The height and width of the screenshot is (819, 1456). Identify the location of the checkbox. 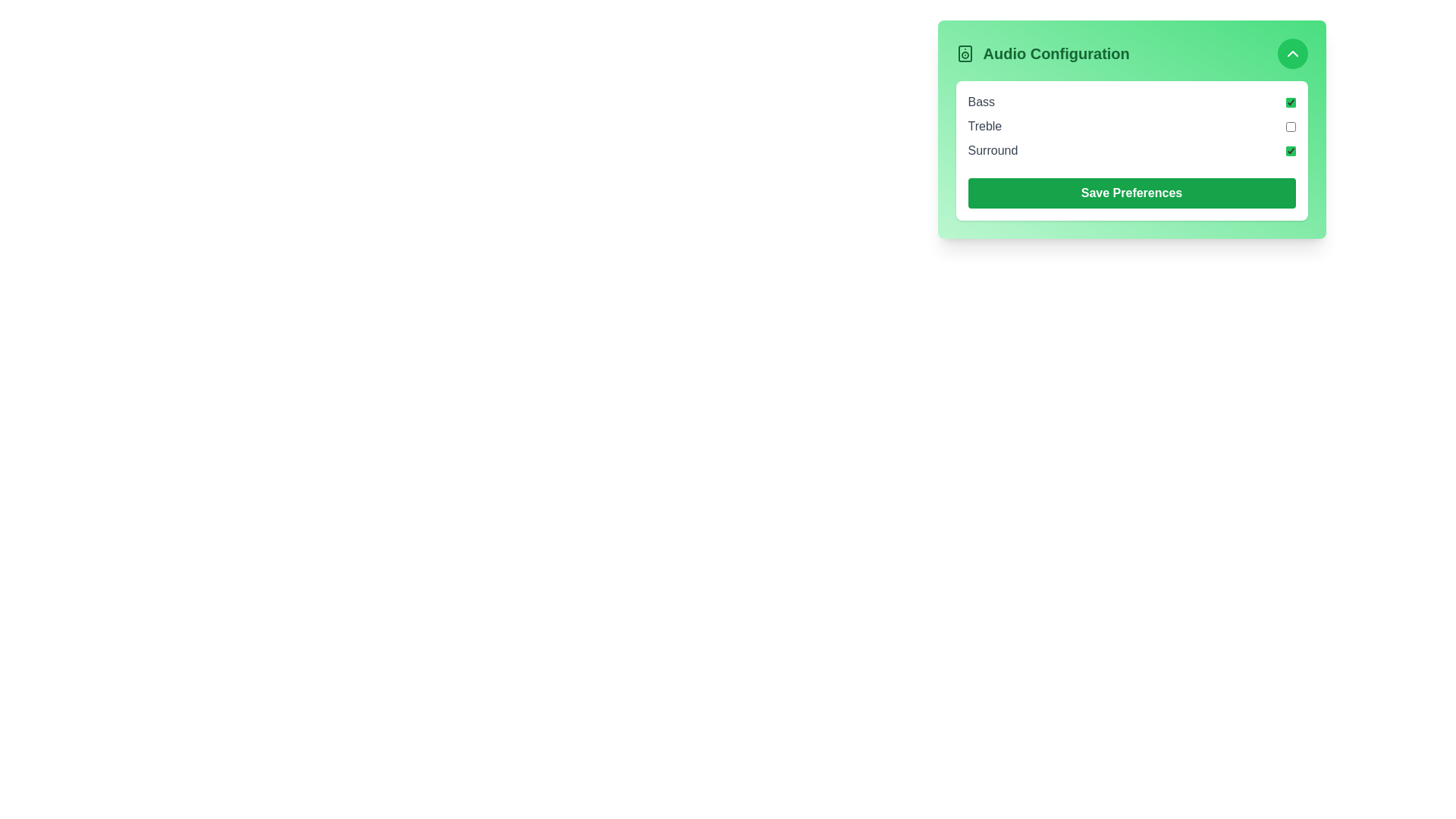
(1131, 151).